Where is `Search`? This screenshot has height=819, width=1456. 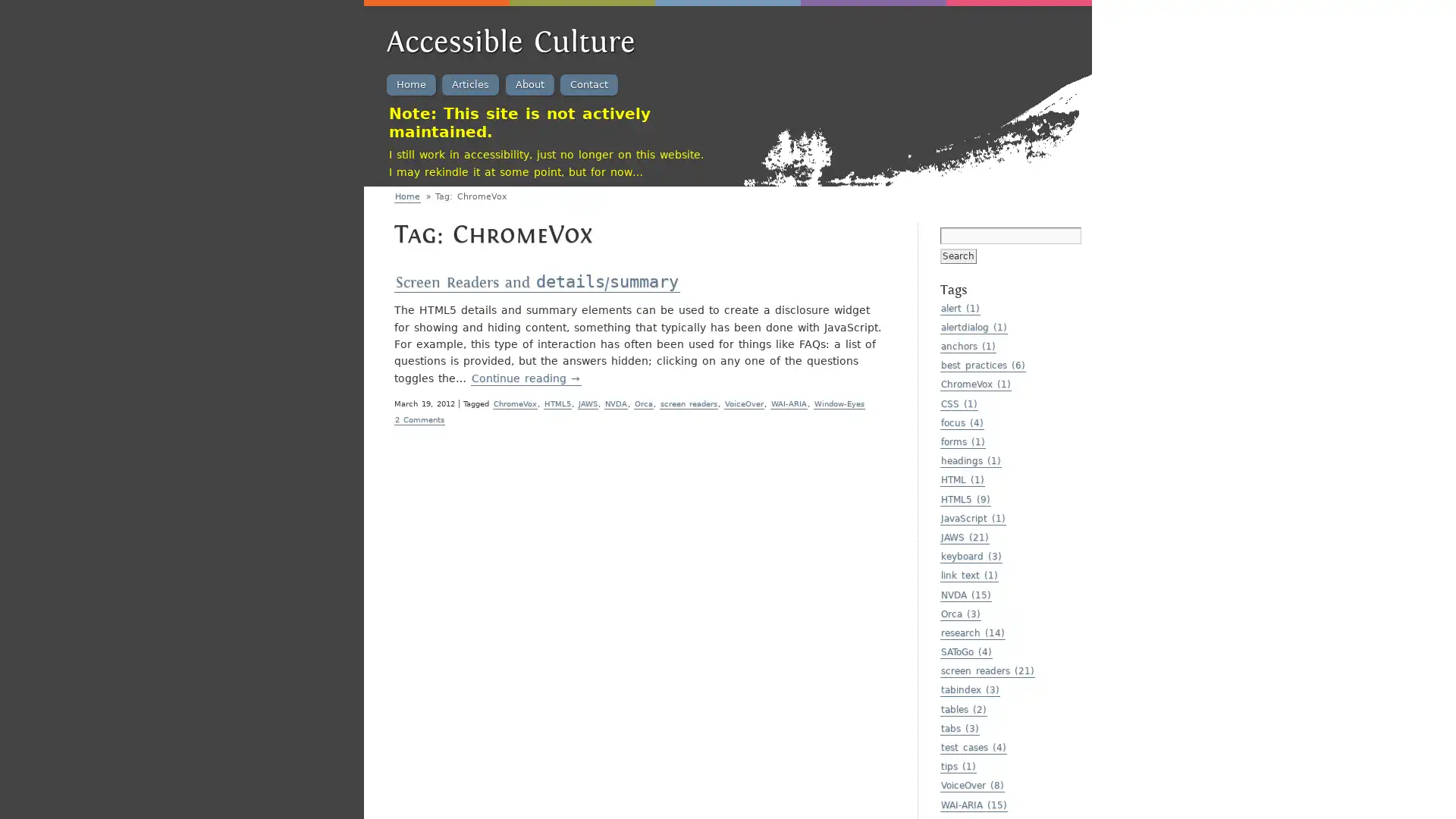 Search is located at coordinates (957, 256).